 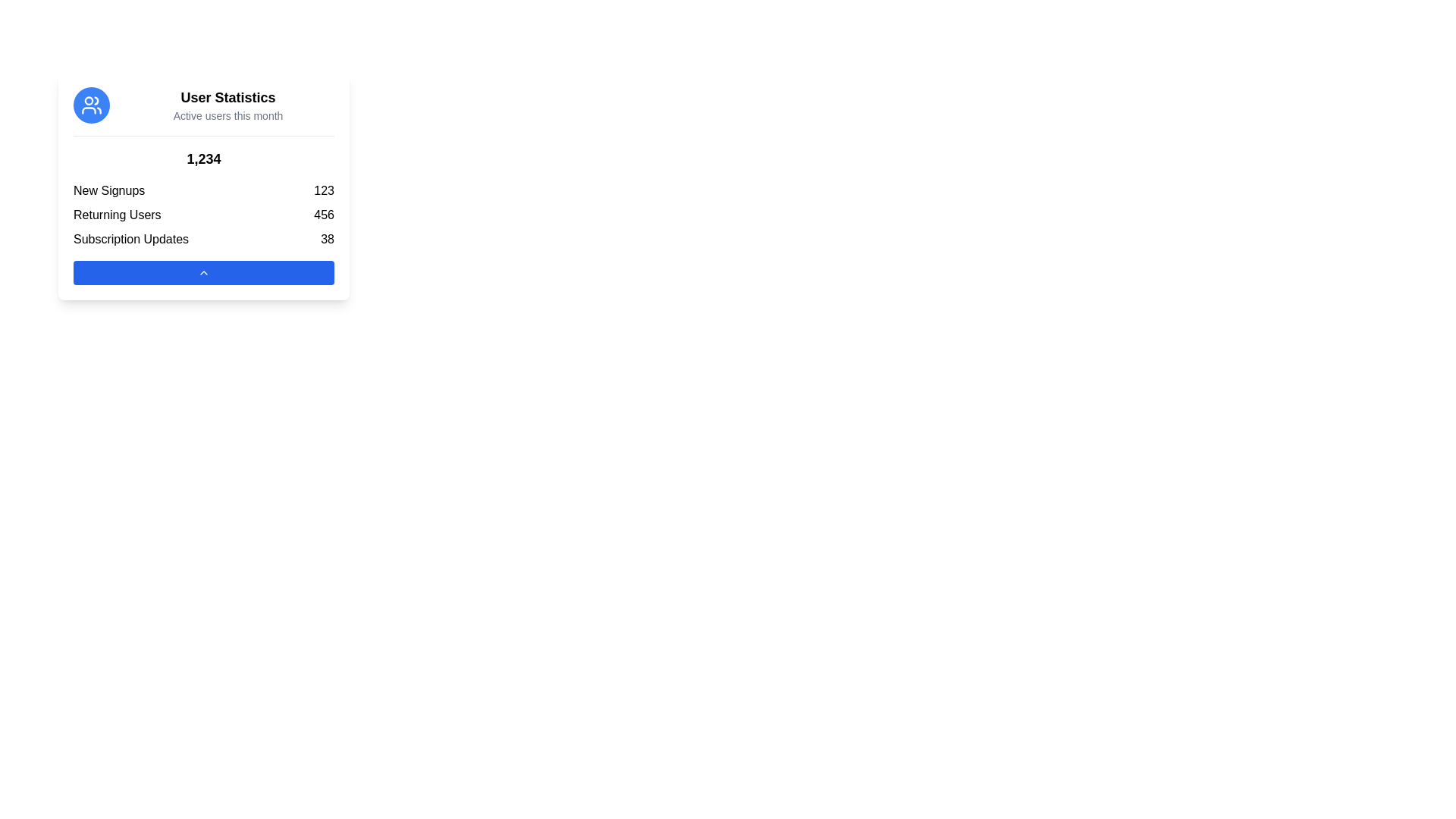 I want to click on the rectangular button with a blue background and a downward-pointing chevron icon, located at the lower section of the card after the 'Subscription Updates' section, so click(x=202, y=271).